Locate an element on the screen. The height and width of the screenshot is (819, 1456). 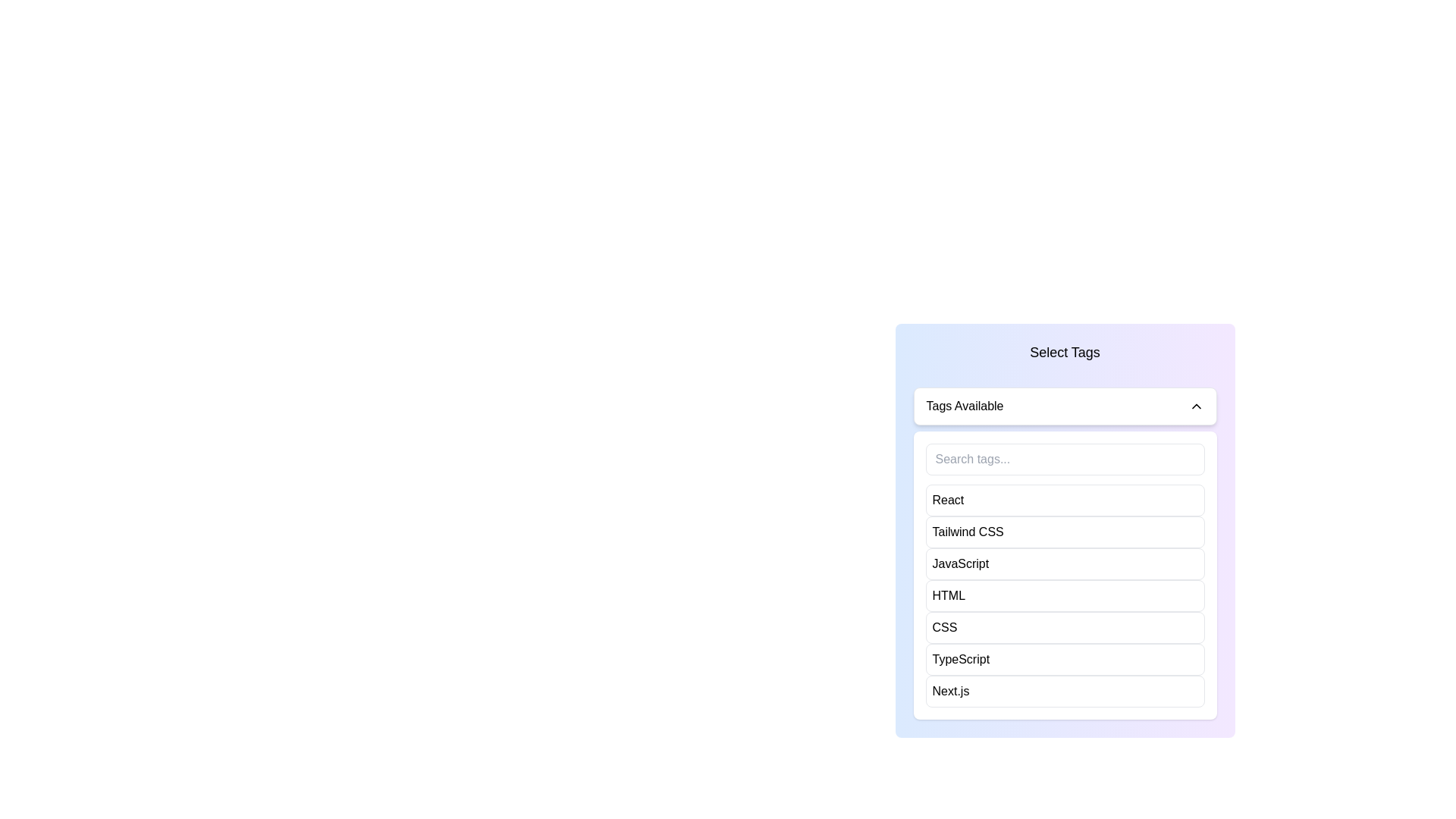
the 'JavaScript' list item in the drop-down menu is located at coordinates (1064, 564).